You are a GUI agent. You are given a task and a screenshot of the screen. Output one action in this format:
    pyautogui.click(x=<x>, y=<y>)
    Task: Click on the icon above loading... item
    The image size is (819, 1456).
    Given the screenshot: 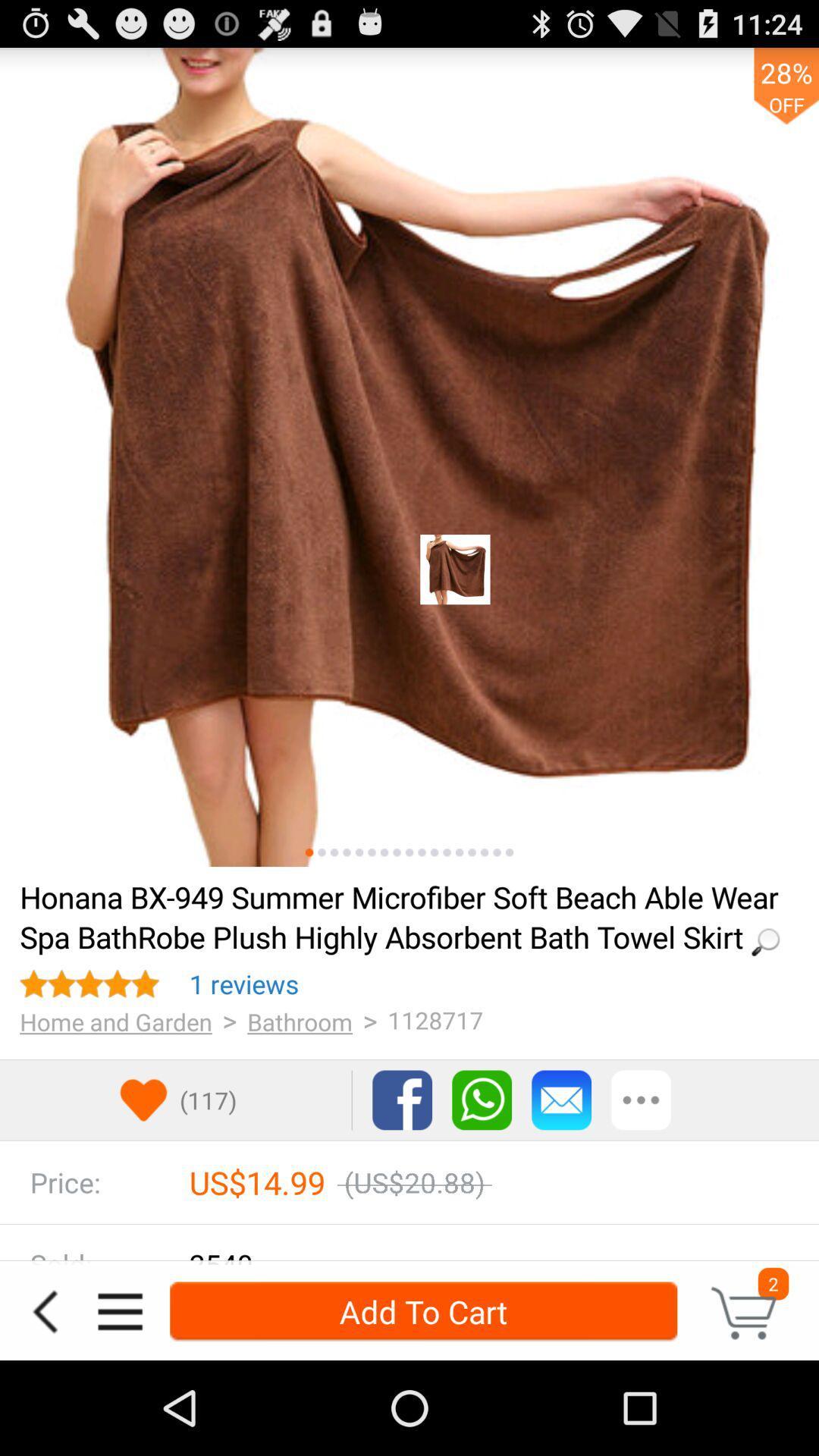 What is the action you would take?
    pyautogui.click(x=333, y=852)
    